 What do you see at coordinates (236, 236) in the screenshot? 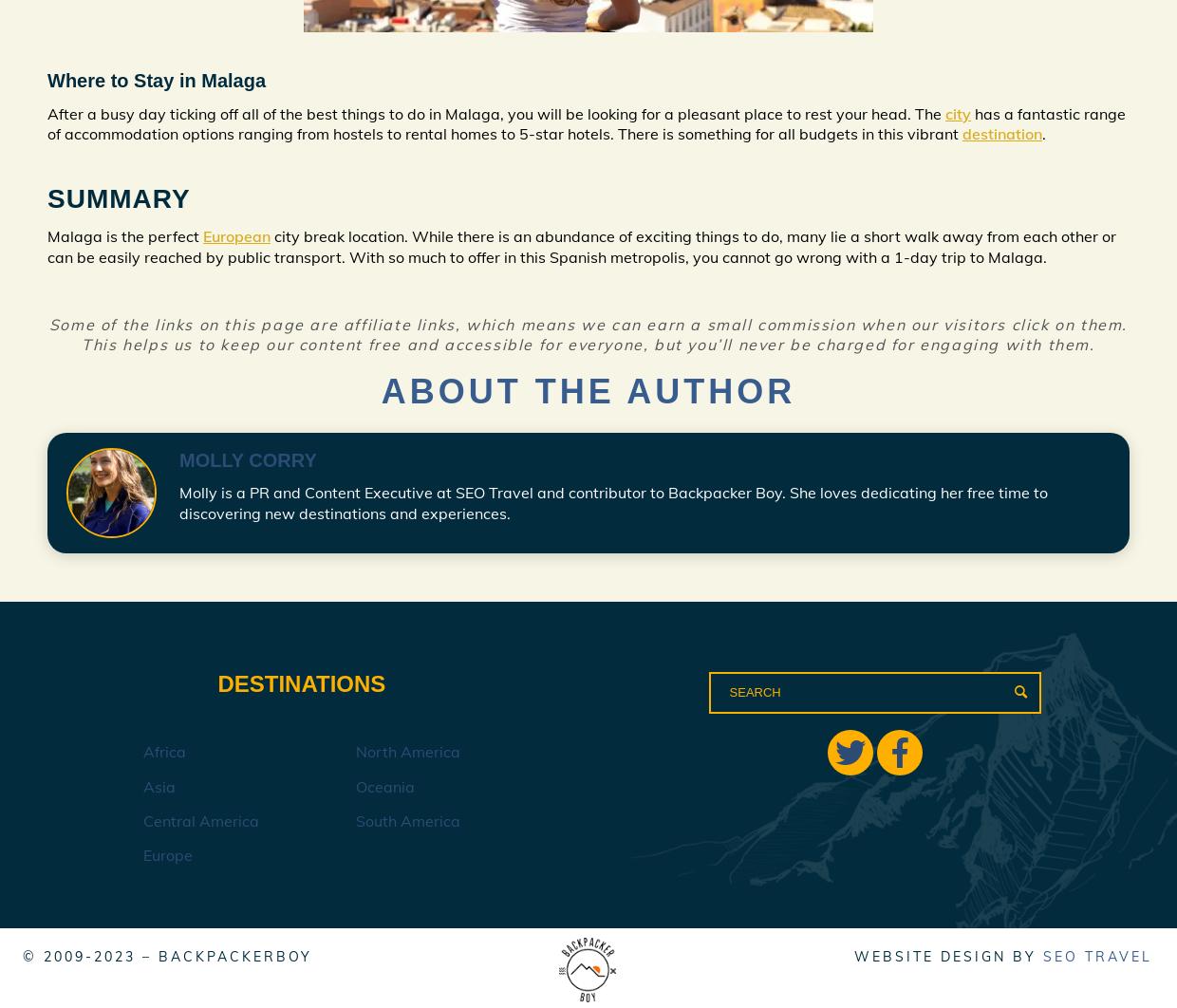
I see `'European'` at bounding box center [236, 236].